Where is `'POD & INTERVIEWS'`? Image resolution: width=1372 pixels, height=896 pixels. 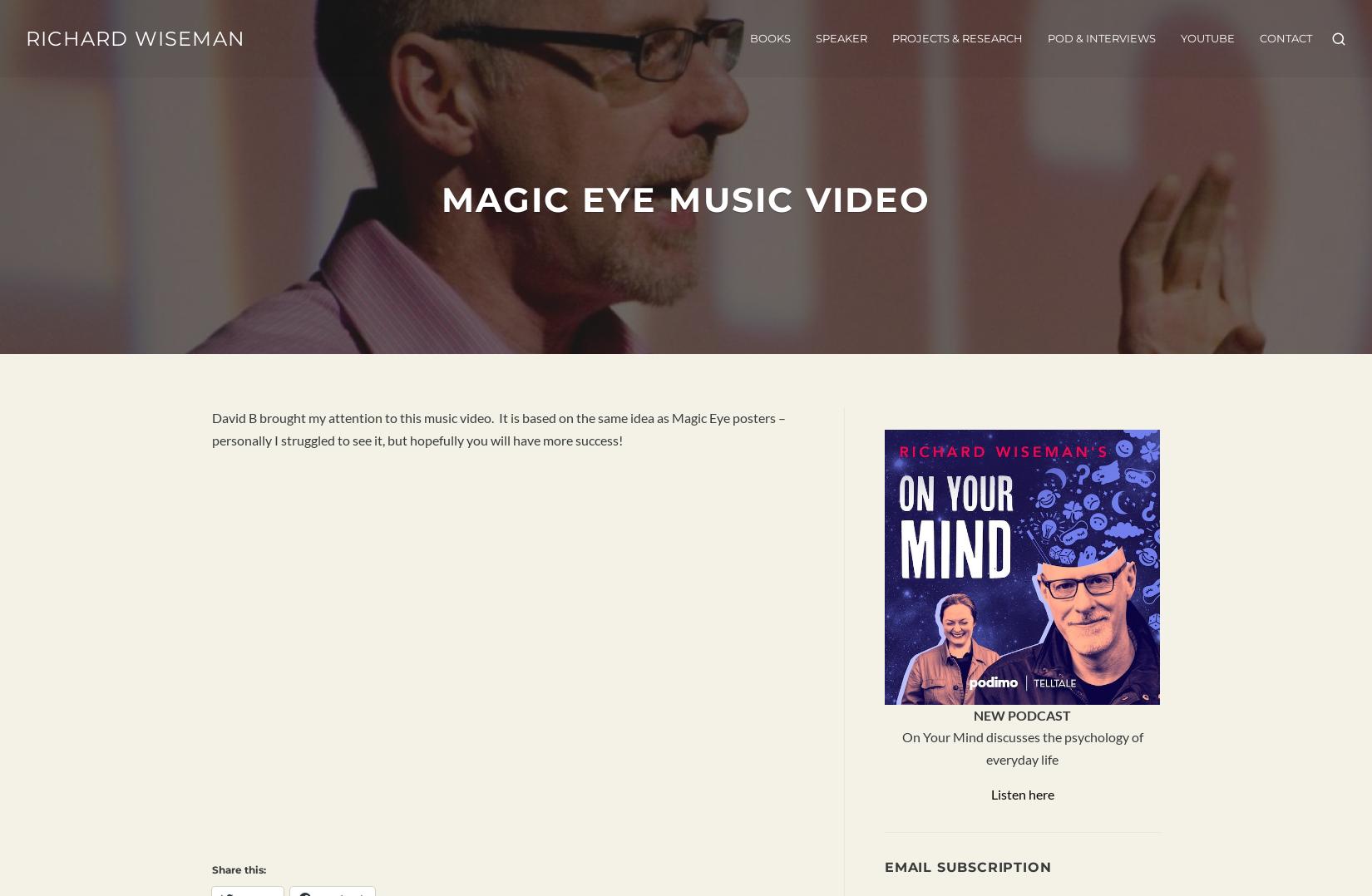
'POD & INTERVIEWS' is located at coordinates (1099, 39).